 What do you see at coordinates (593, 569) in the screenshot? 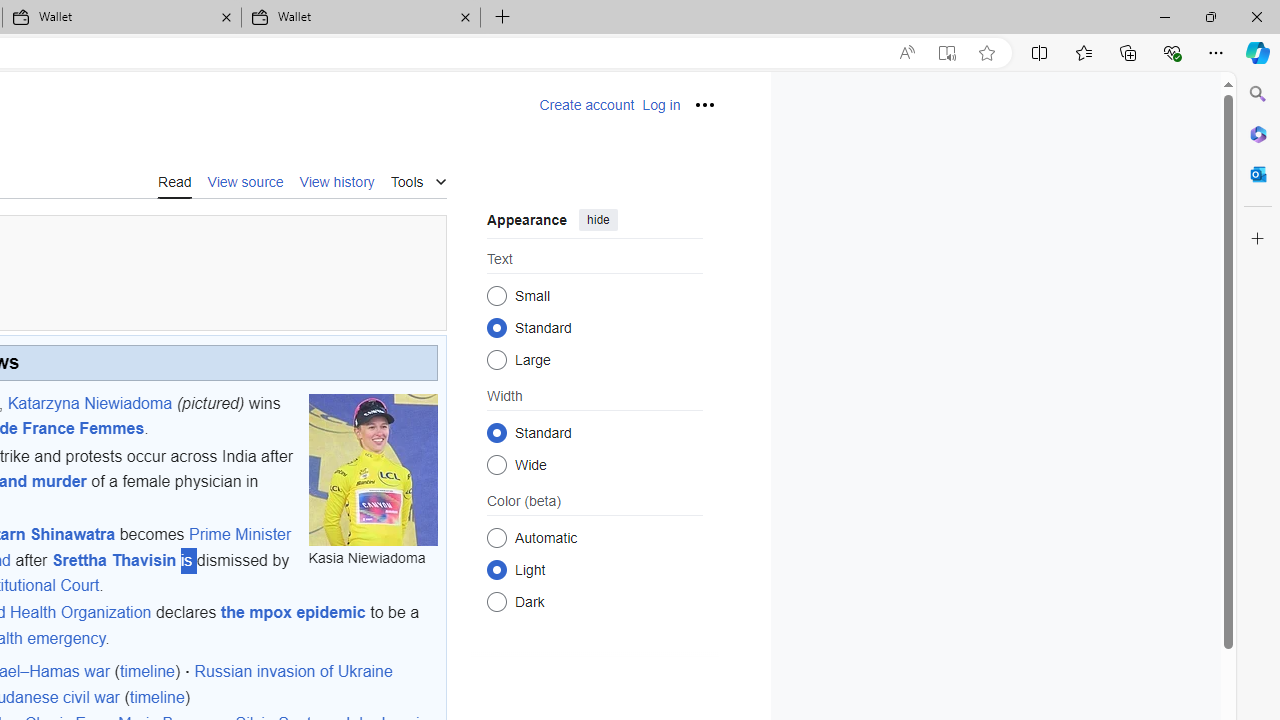
I see `'Class: mw-list-item mw-list-item-js'` at bounding box center [593, 569].